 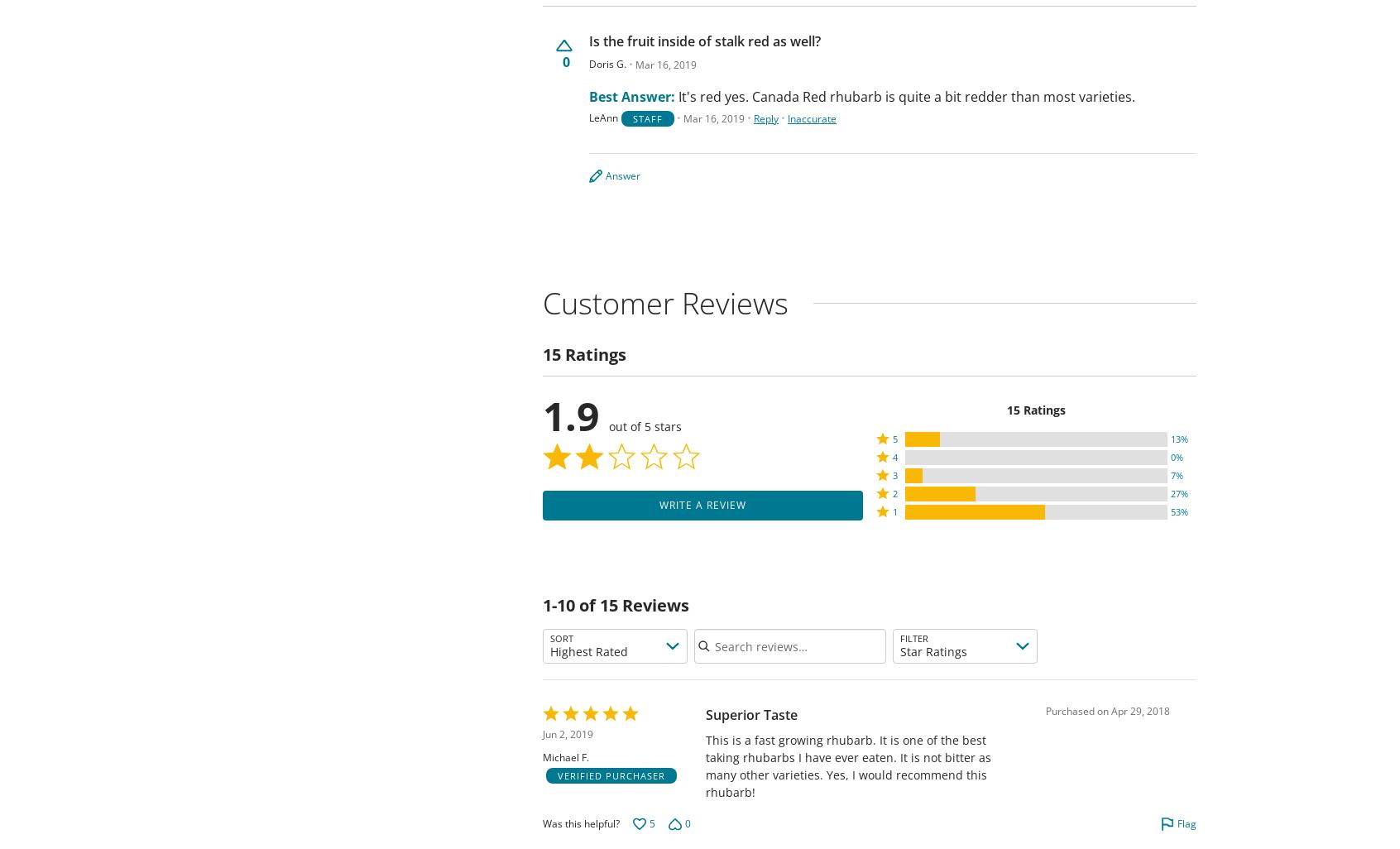 What do you see at coordinates (648, 118) in the screenshot?
I see `'staff'` at bounding box center [648, 118].